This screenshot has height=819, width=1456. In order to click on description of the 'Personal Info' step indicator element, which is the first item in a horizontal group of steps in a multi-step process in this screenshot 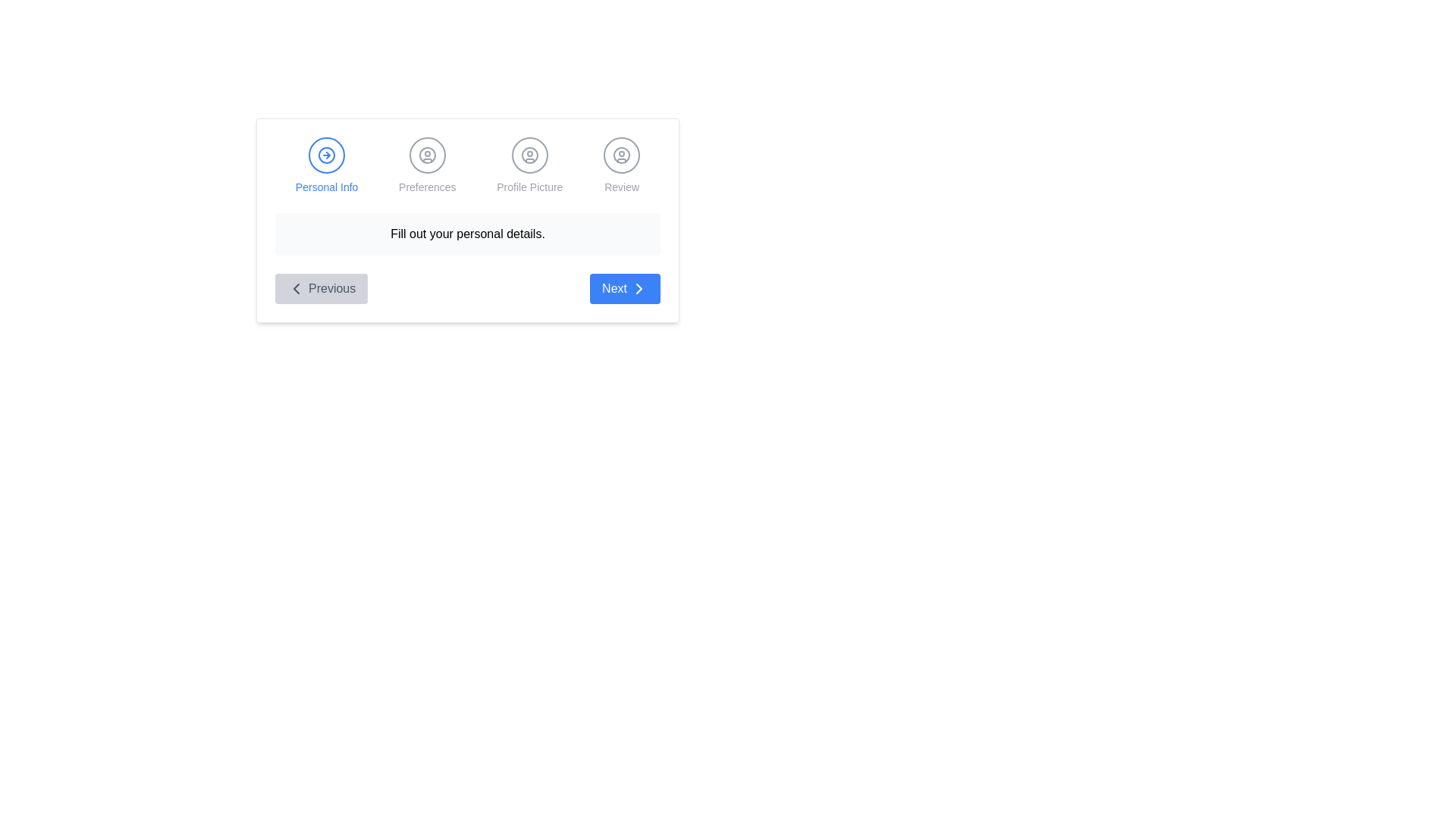, I will do `click(326, 166)`.